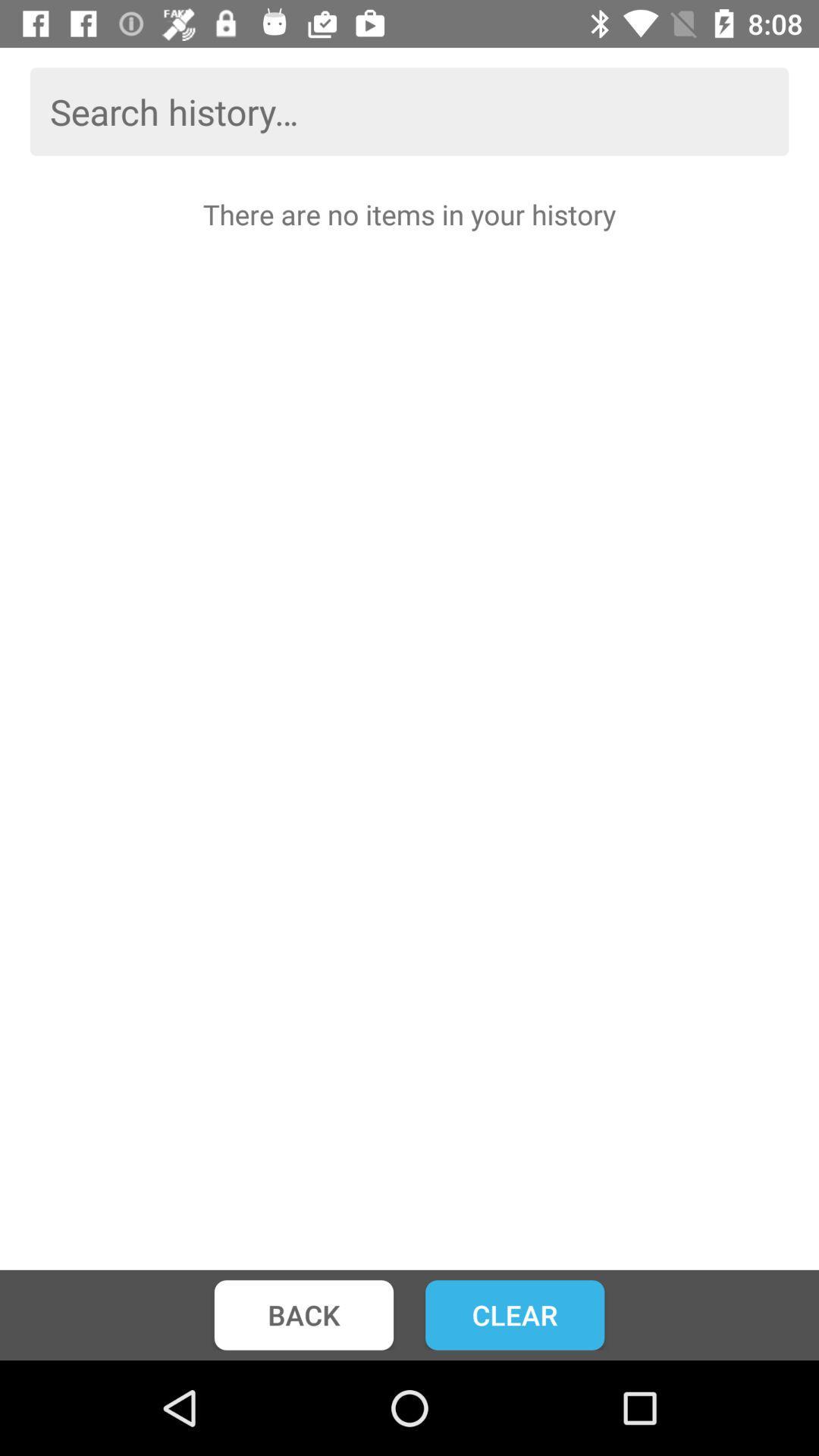  What do you see at coordinates (514, 1314) in the screenshot?
I see `icon to the right of back icon` at bounding box center [514, 1314].